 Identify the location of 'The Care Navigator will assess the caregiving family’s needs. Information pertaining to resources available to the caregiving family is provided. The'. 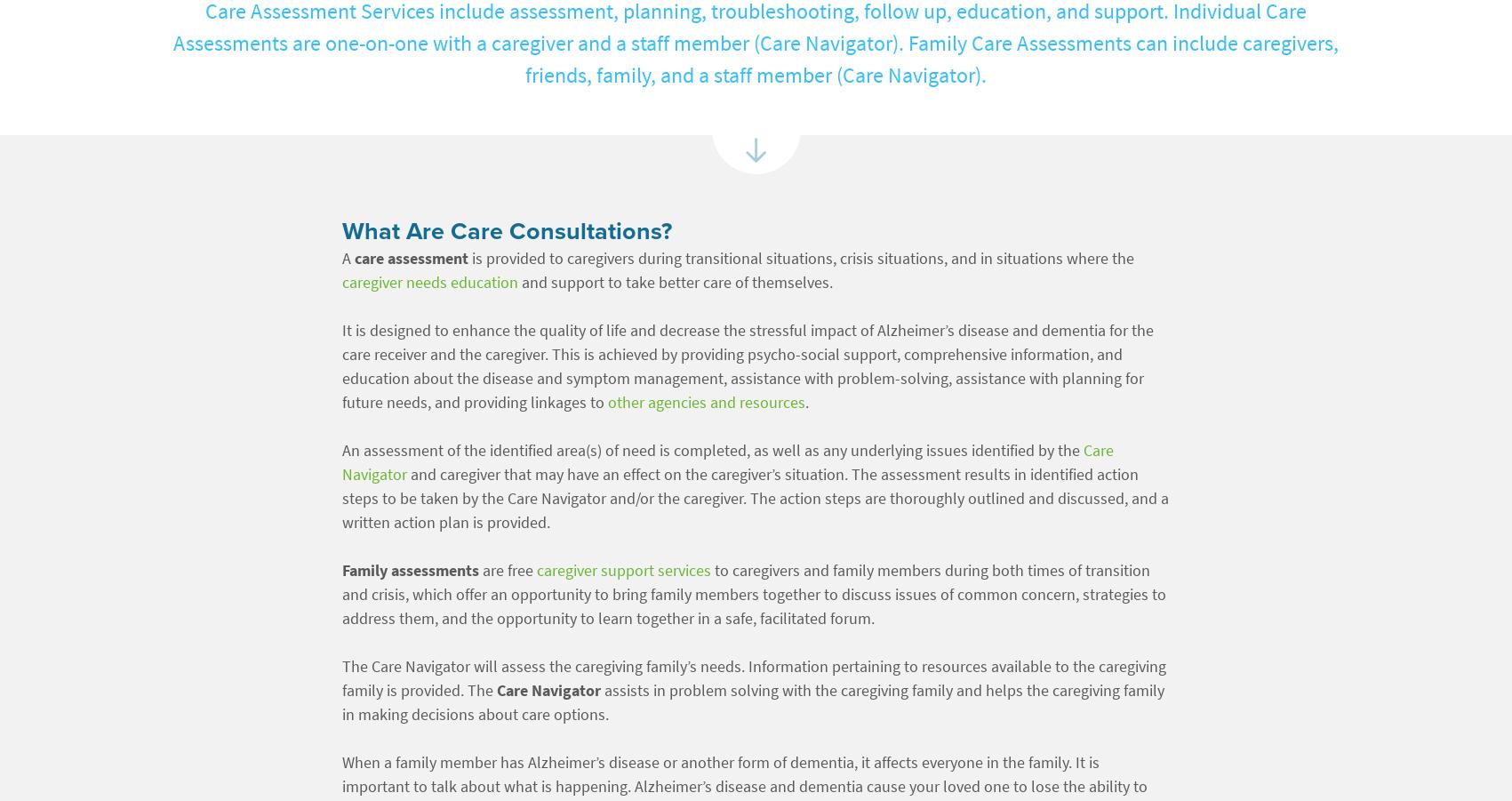
(753, 677).